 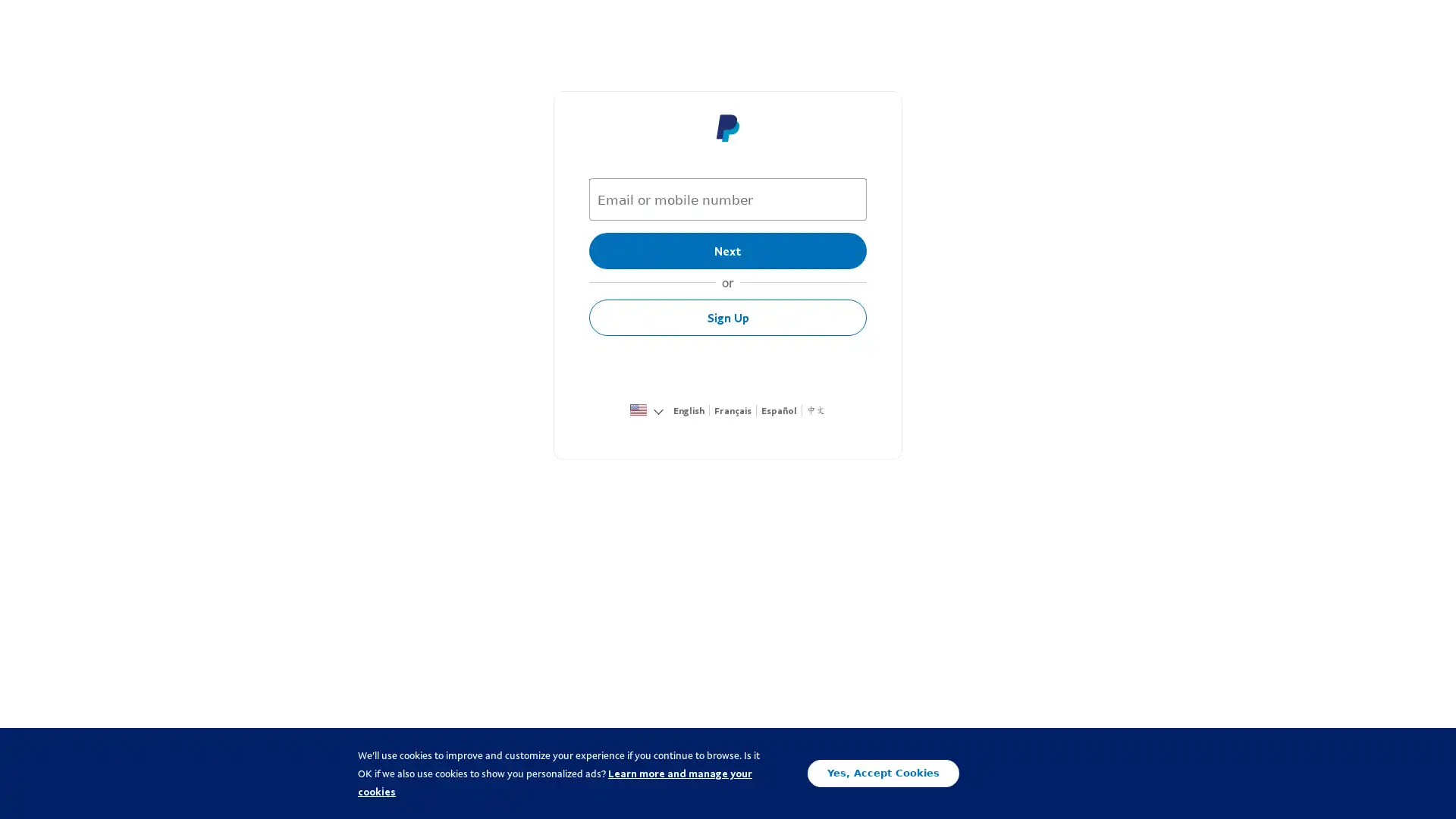 I want to click on Sign Up, so click(x=728, y=317).